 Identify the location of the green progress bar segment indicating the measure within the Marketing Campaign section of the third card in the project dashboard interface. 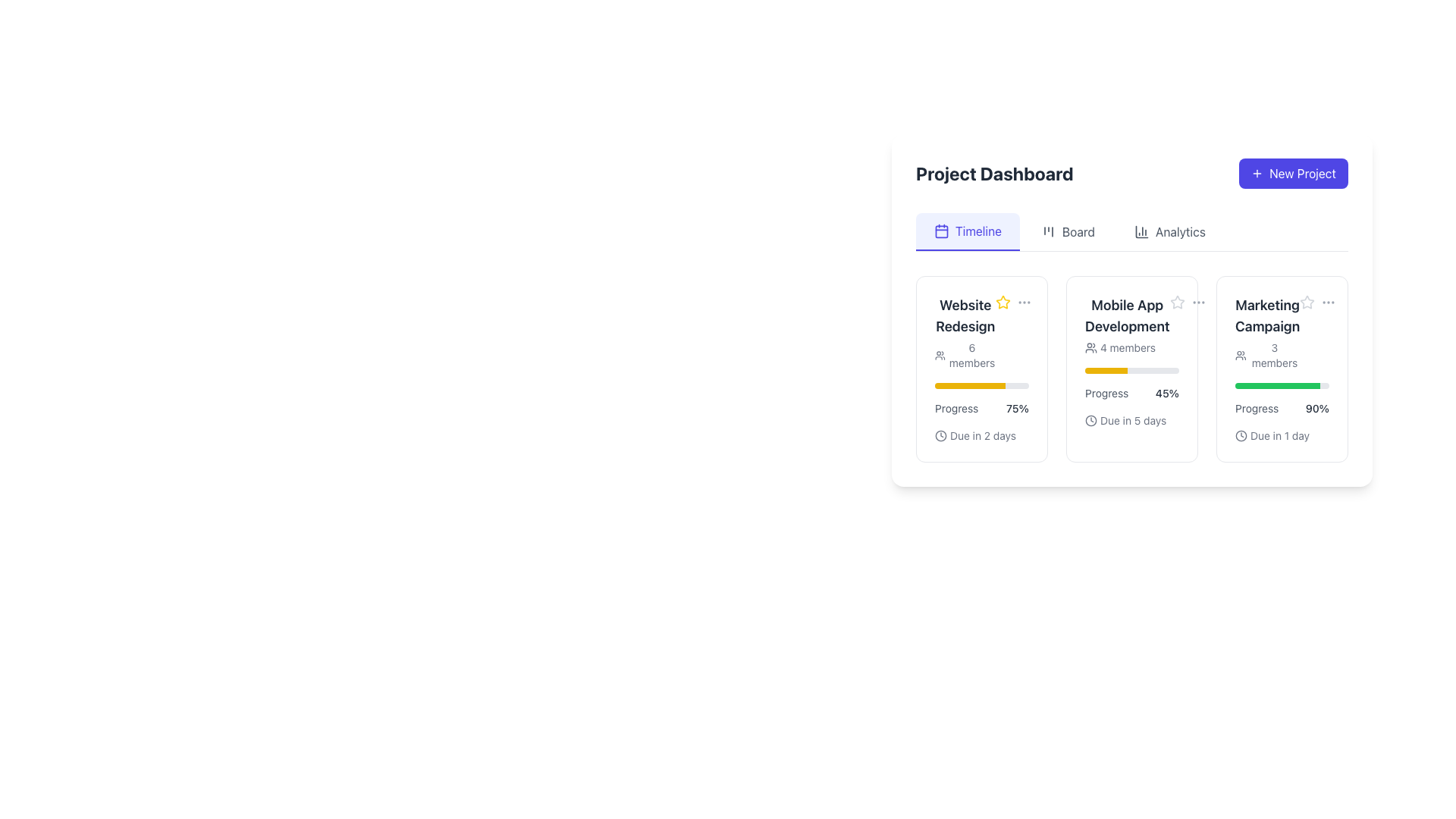
(1276, 385).